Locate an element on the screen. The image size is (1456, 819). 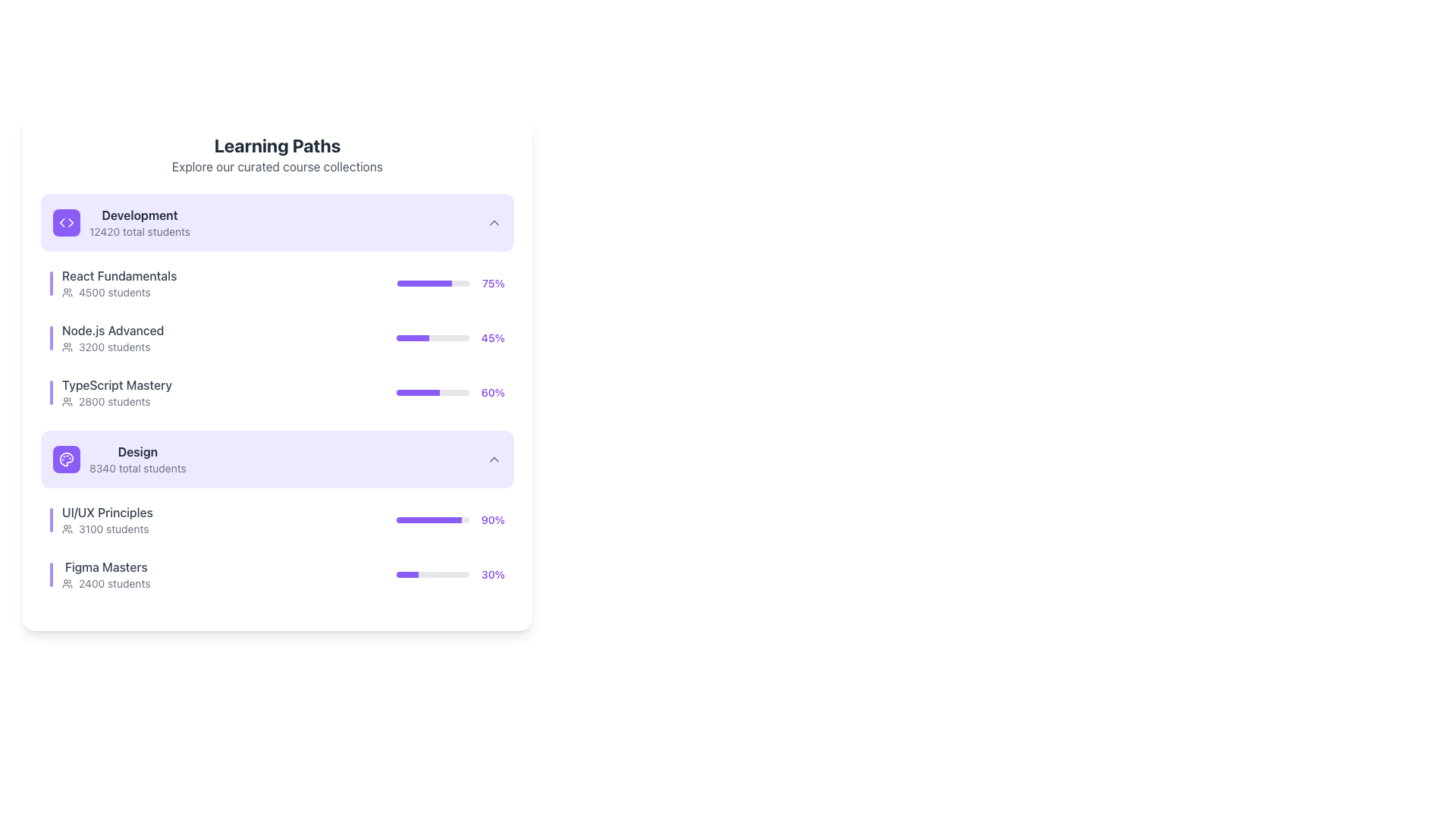
the hyperlink labeled 'React Fundamentals', which is the first clickable item under the 'Development' section is located at coordinates (118, 275).